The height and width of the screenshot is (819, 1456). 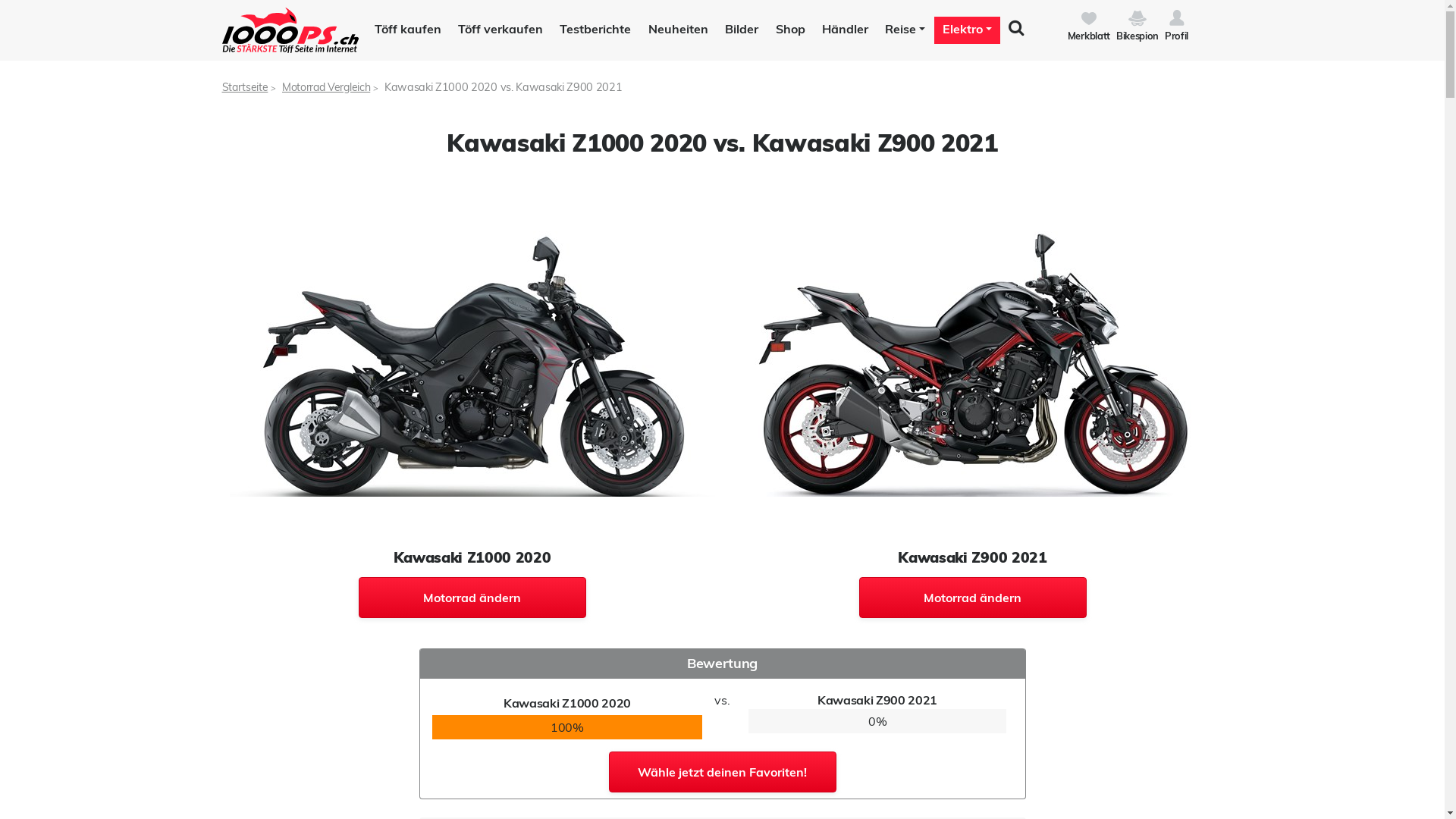 What do you see at coordinates (673, 29) in the screenshot?
I see `'Neuheiten'` at bounding box center [673, 29].